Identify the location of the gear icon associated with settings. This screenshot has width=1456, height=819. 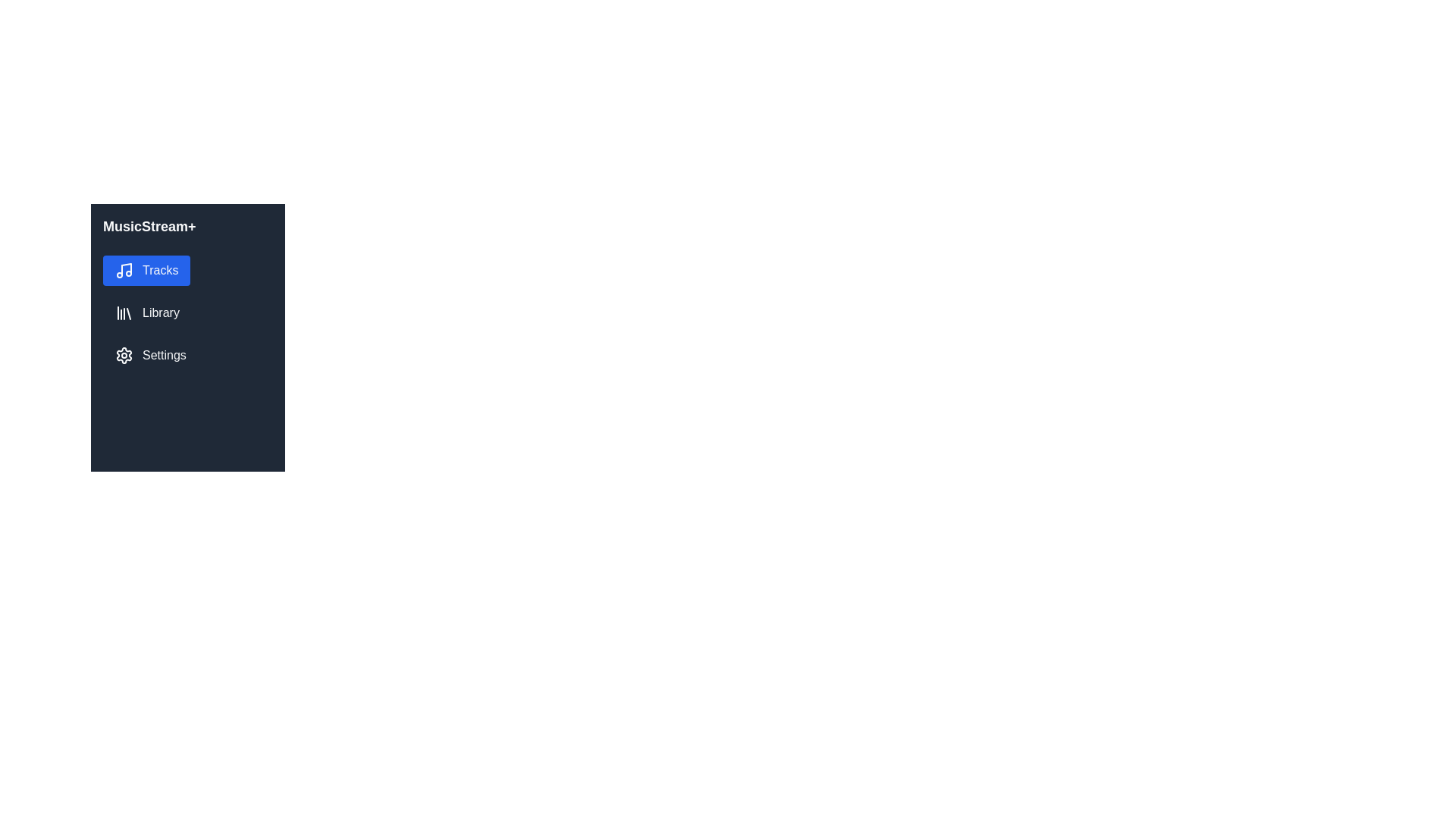
(124, 356).